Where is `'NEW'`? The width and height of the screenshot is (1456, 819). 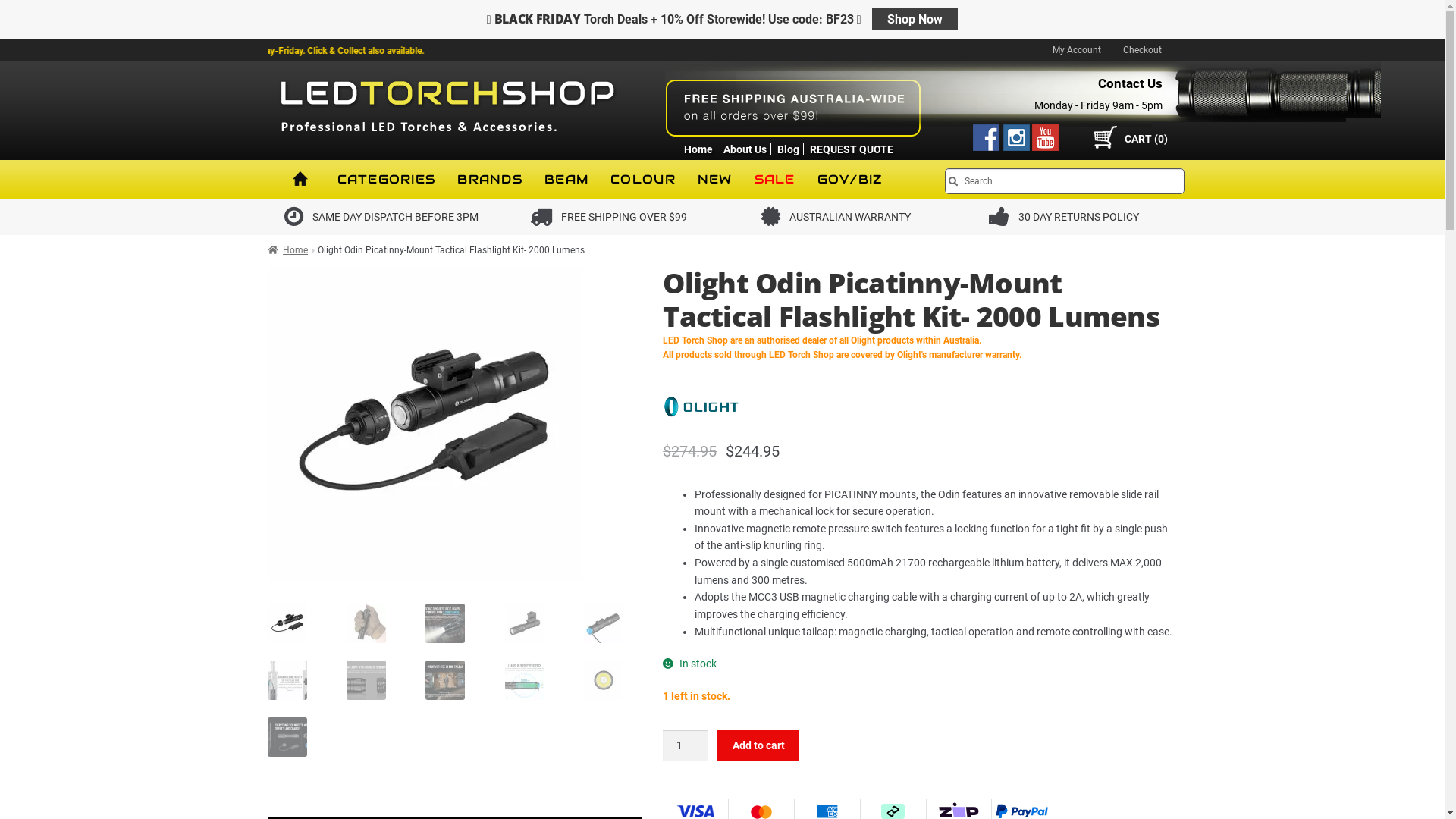 'NEW' is located at coordinates (714, 178).